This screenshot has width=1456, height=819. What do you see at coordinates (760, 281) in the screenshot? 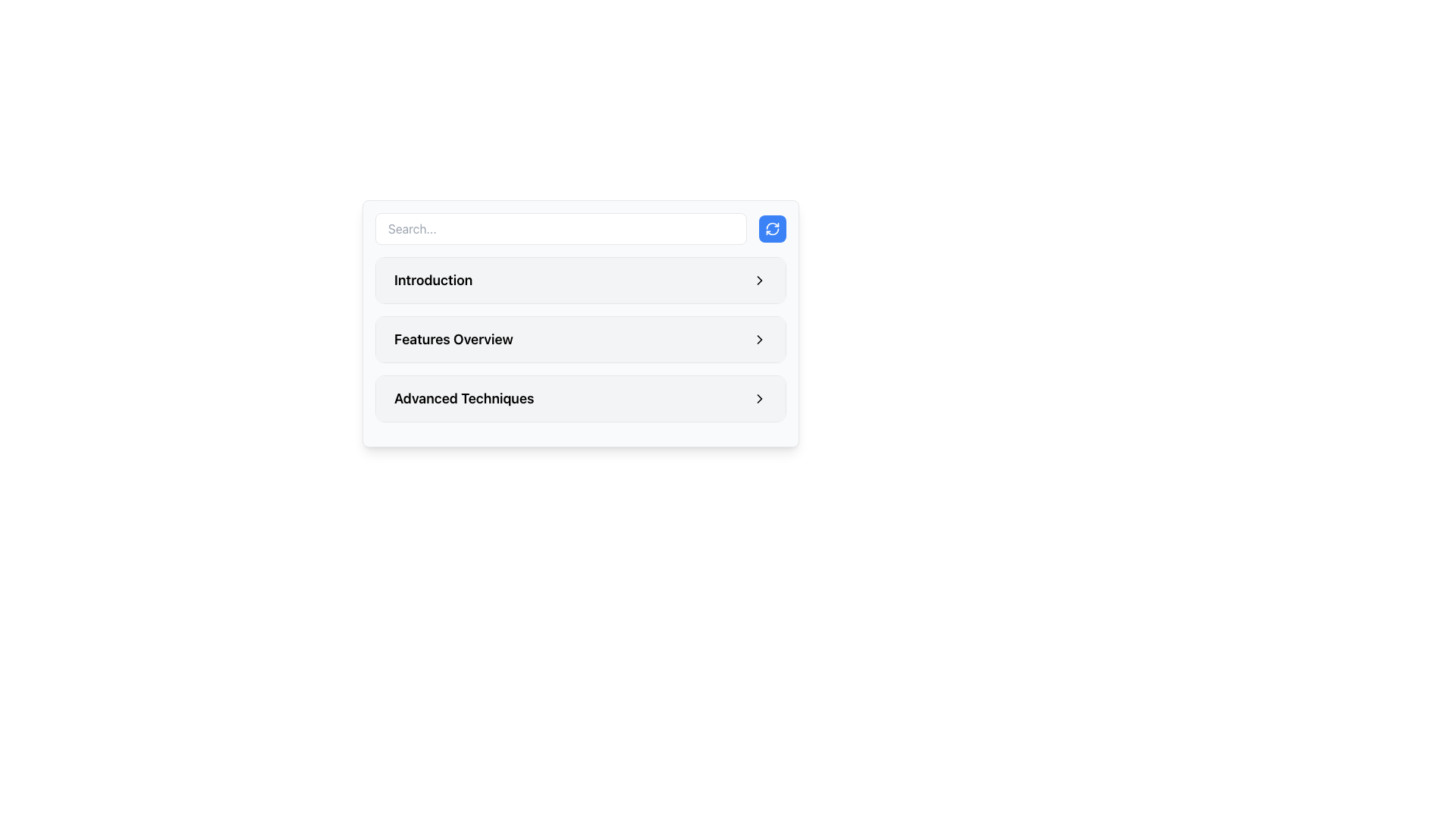
I see `the chevron-shaped right arrow icon with a black stroke located to the right of the 'Introduction' text` at bounding box center [760, 281].